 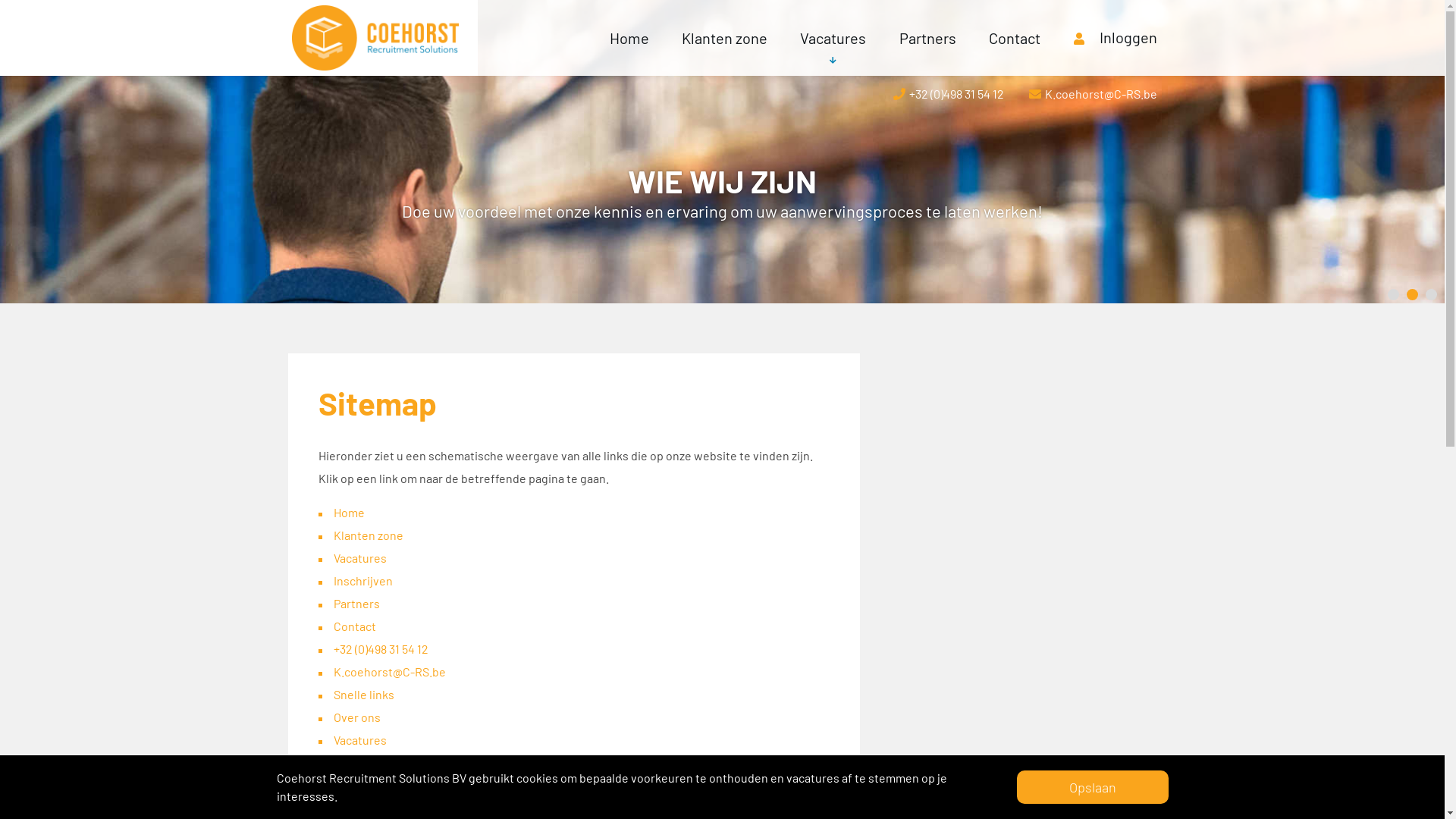 I want to click on 'Vacatures', so click(x=783, y=37).